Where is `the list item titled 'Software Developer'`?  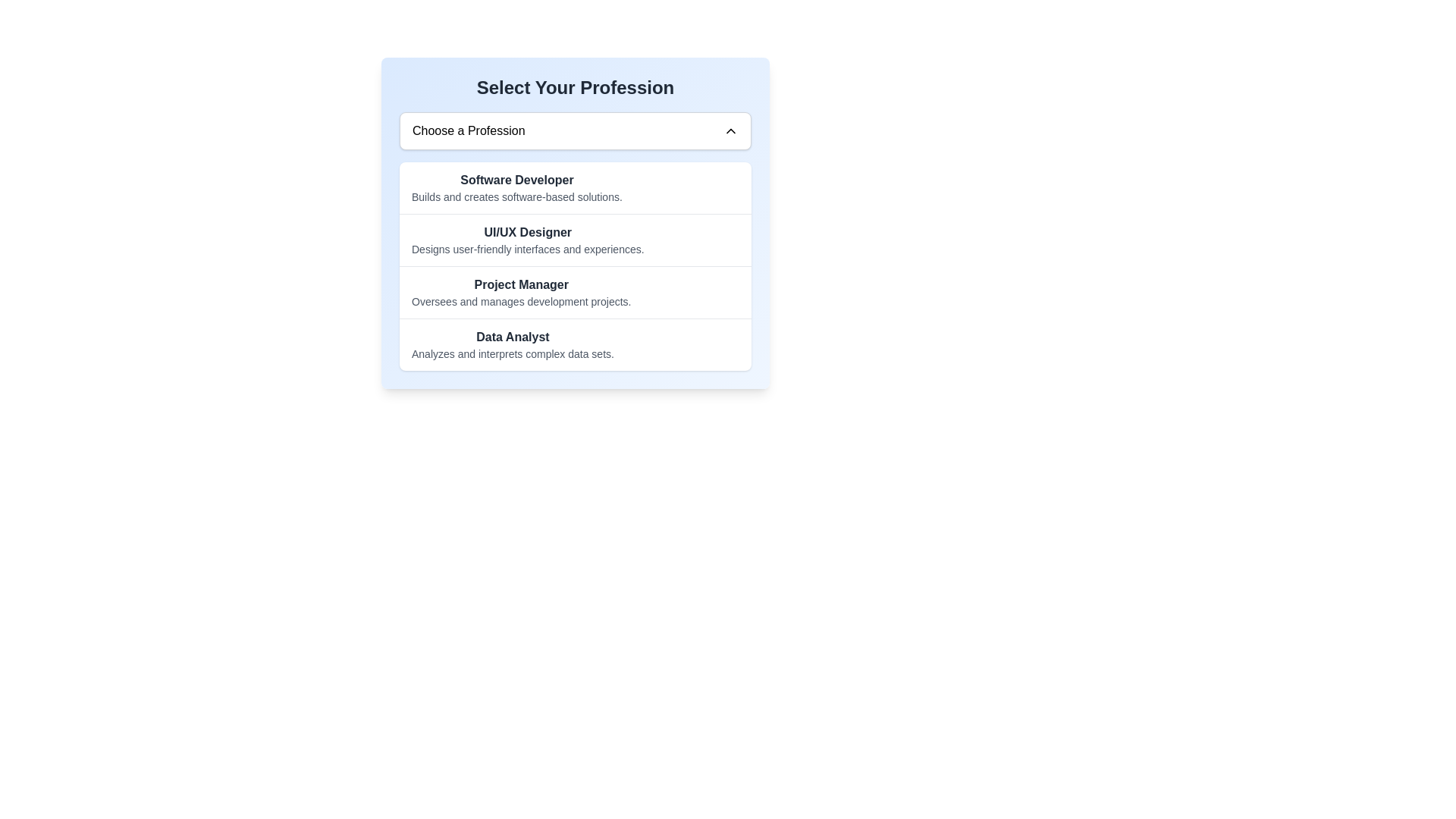
the list item titled 'Software Developer' is located at coordinates (574, 187).